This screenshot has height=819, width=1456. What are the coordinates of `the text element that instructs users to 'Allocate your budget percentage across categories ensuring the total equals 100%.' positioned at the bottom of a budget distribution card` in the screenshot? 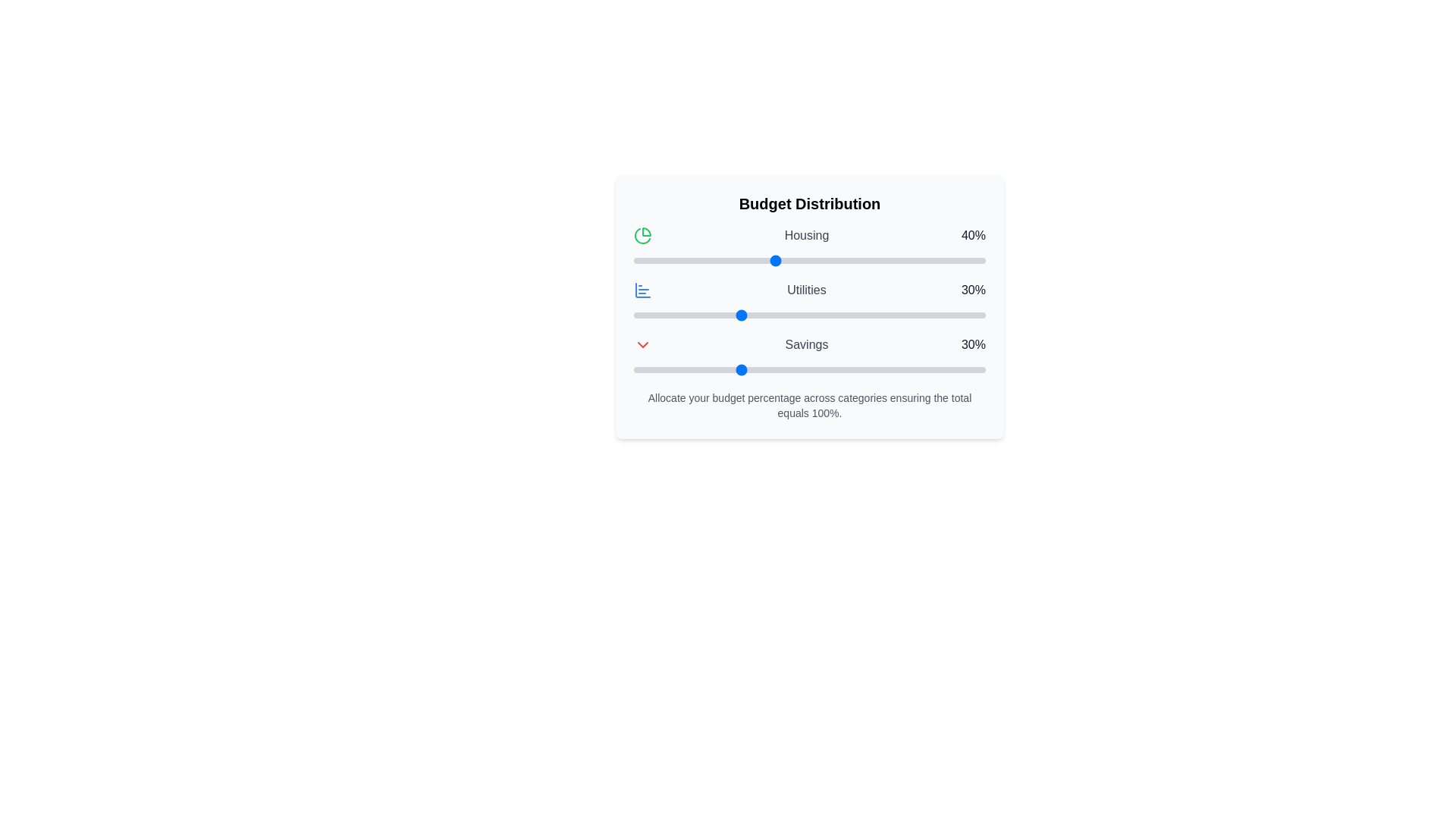 It's located at (809, 405).